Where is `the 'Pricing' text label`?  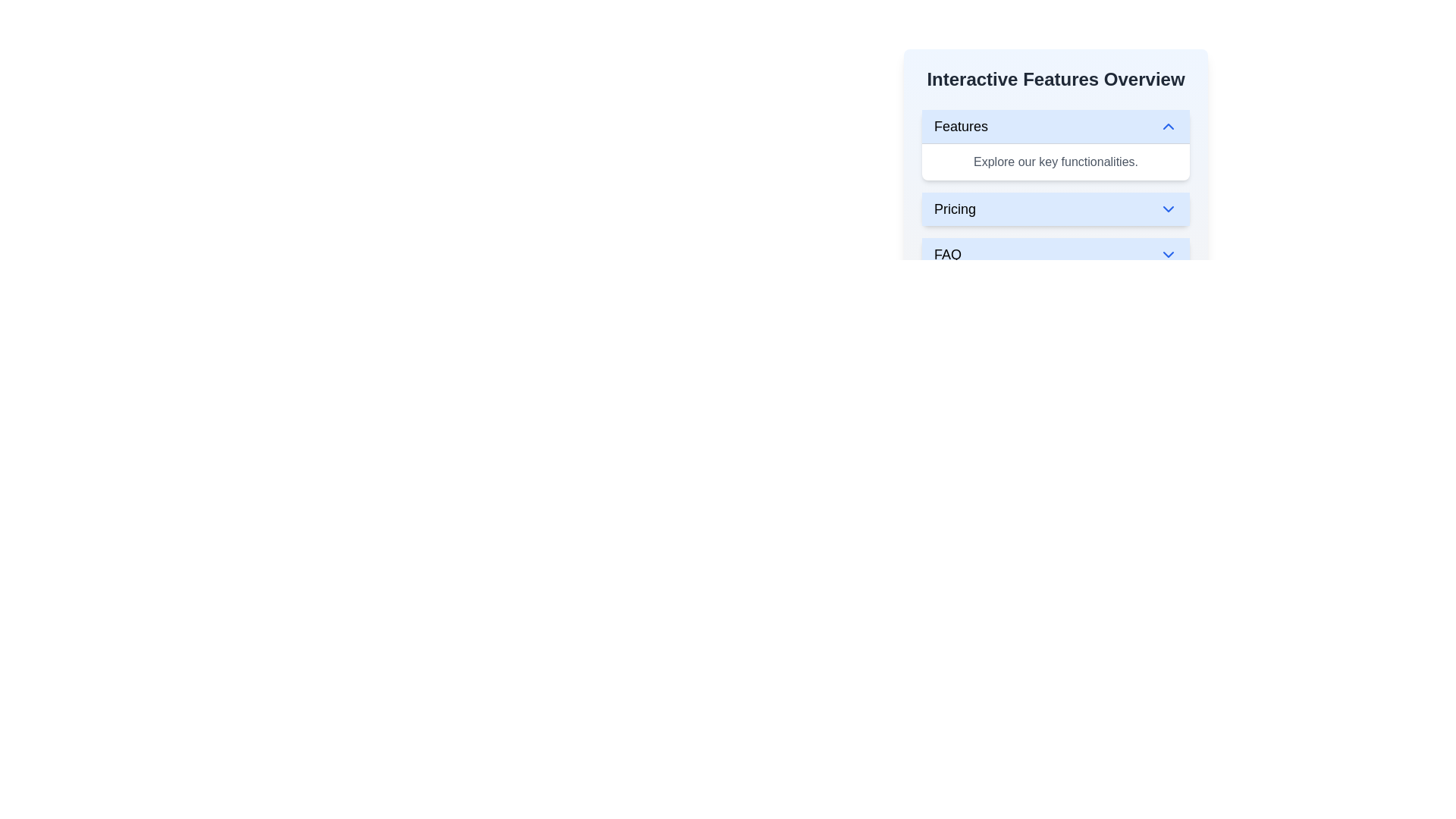
the 'Pricing' text label is located at coordinates (954, 209).